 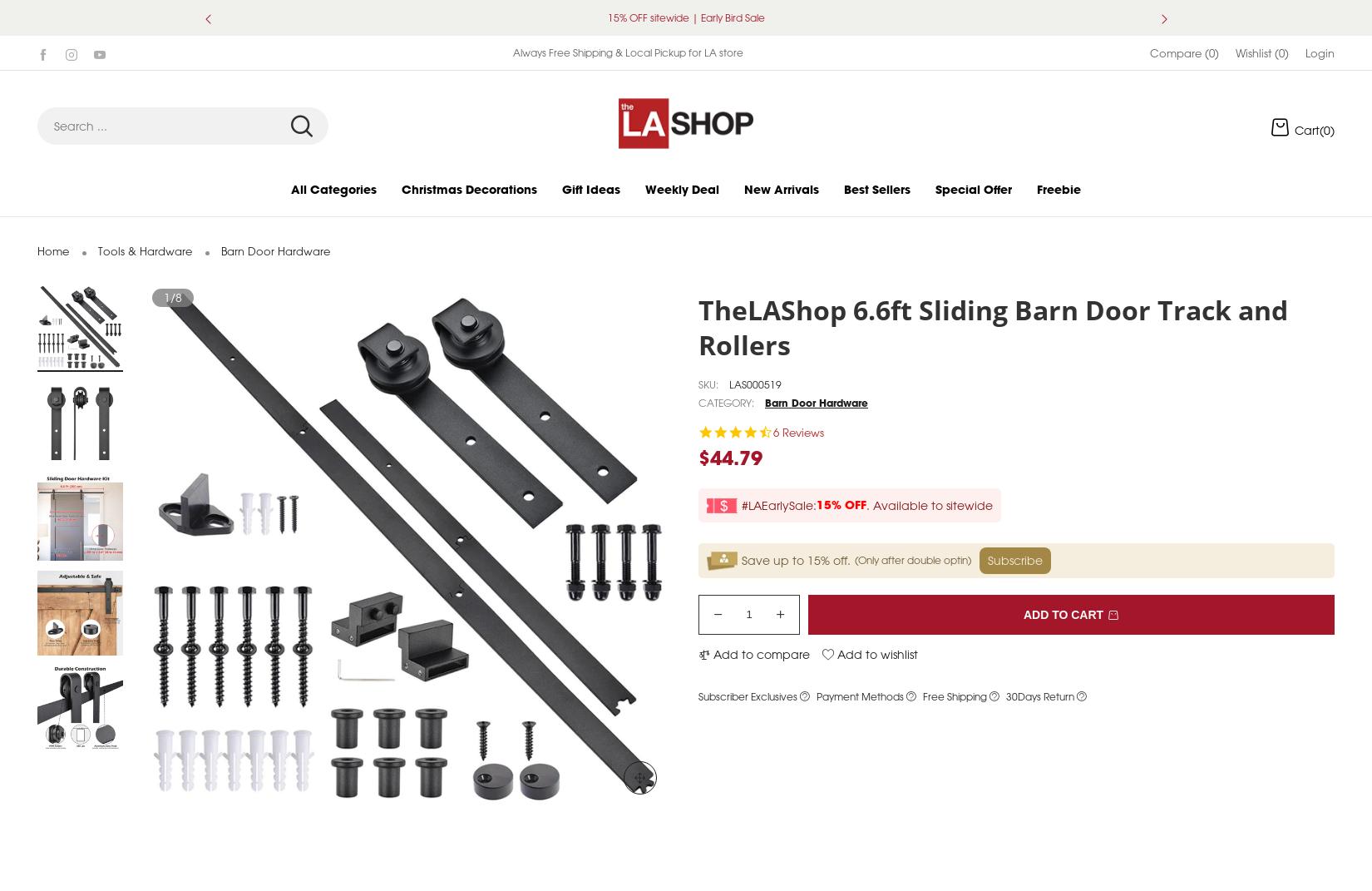 I want to click on 'All Categories', so click(x=333, y=207).